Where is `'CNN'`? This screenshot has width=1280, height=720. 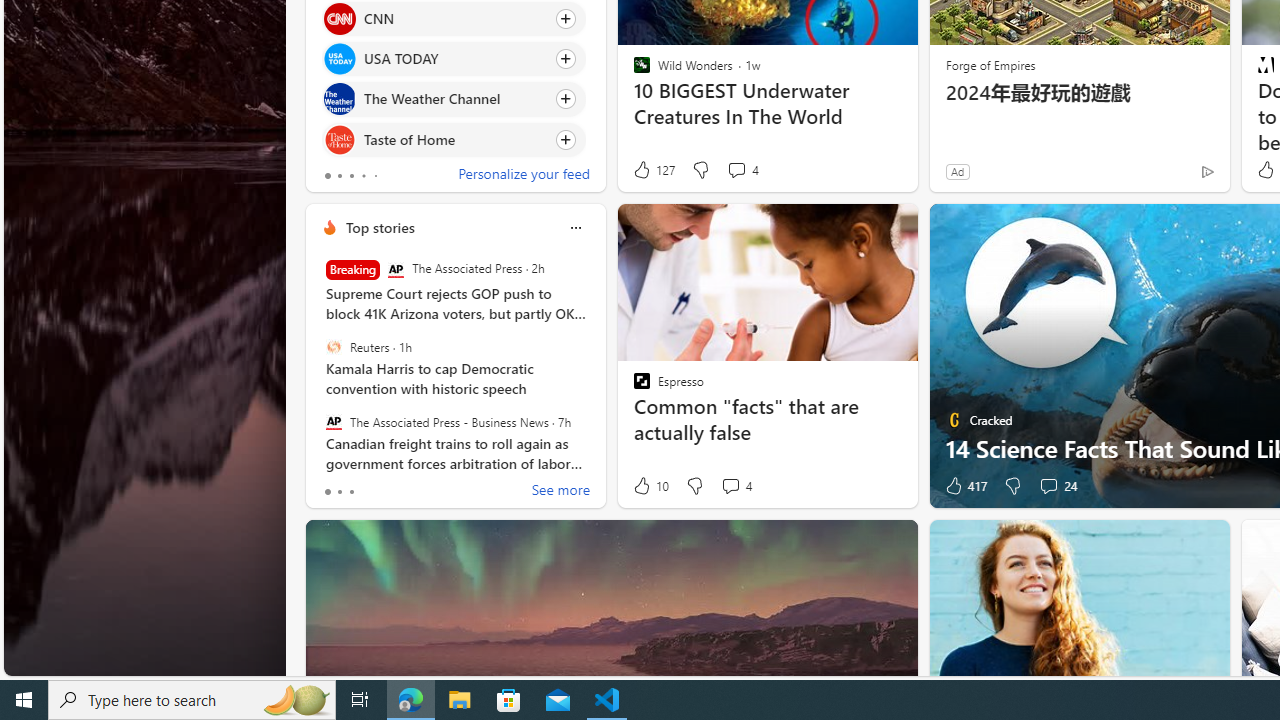 'CNN' is located at coordinates (339, 18).